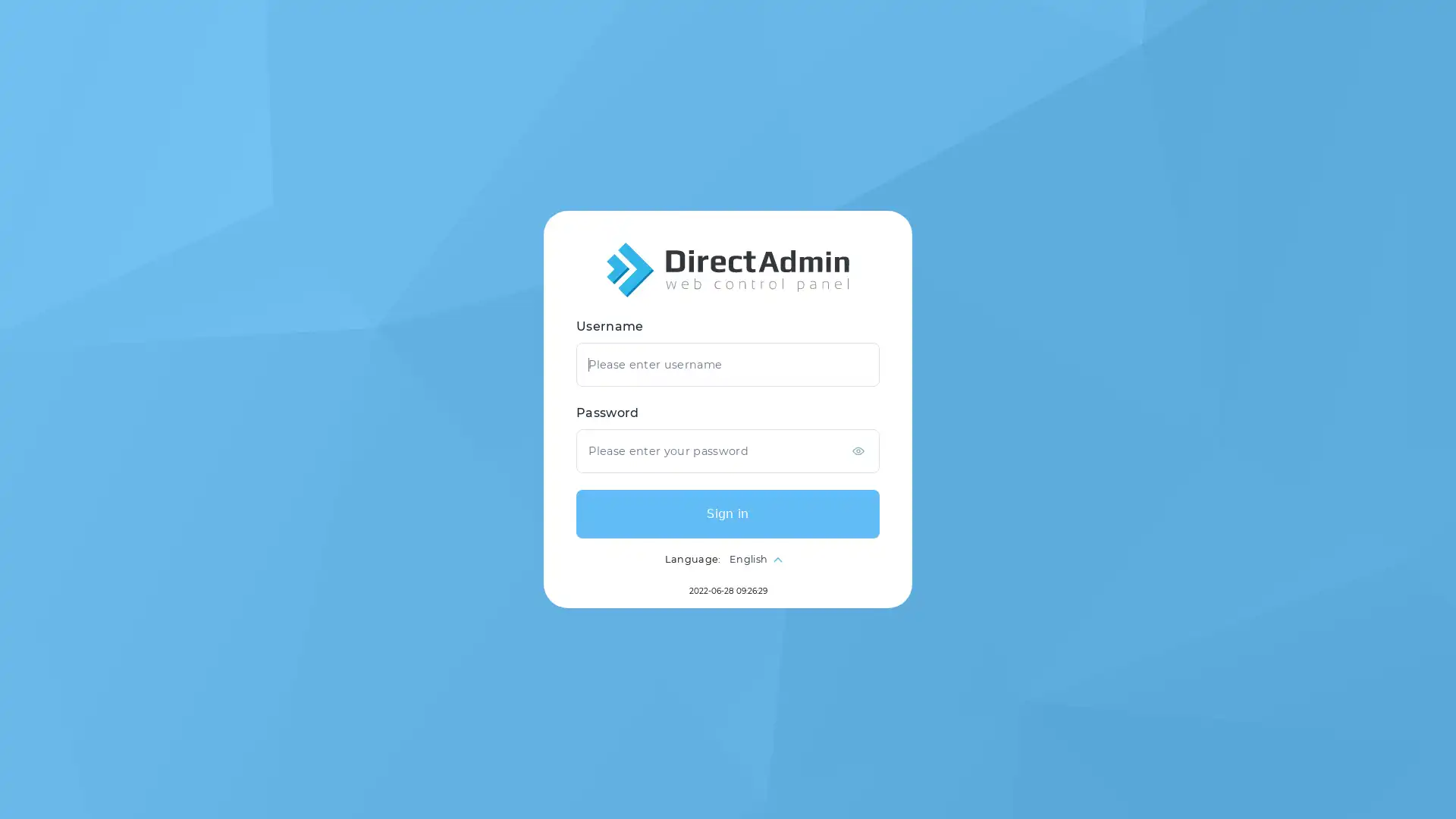  Describe the element at coordinates (910, 642) in the screenshot. I see `Sign in` at that location.